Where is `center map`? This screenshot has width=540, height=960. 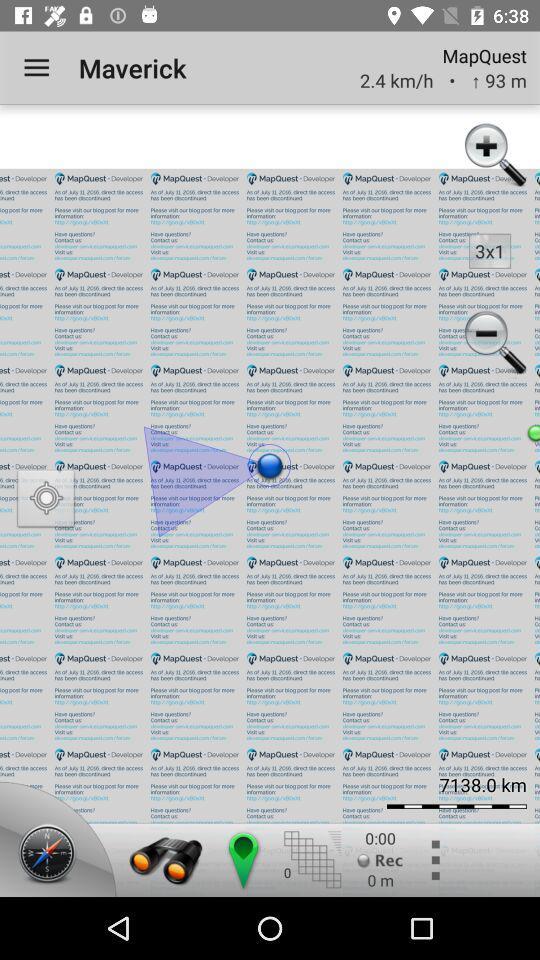 center map is located at coordinates (242, 859).